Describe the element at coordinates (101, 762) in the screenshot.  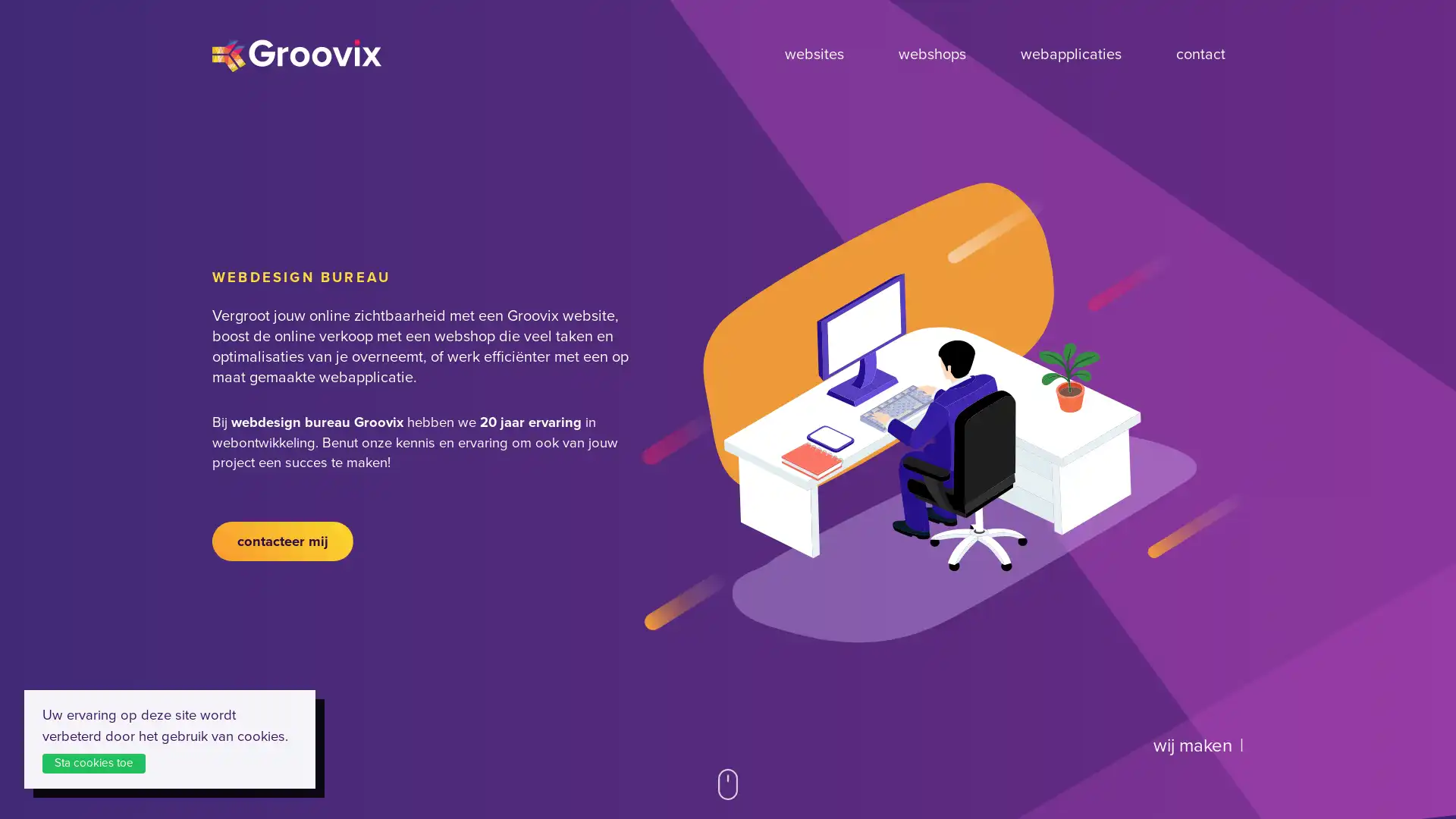
I see `Sta cookies toe` at that location.